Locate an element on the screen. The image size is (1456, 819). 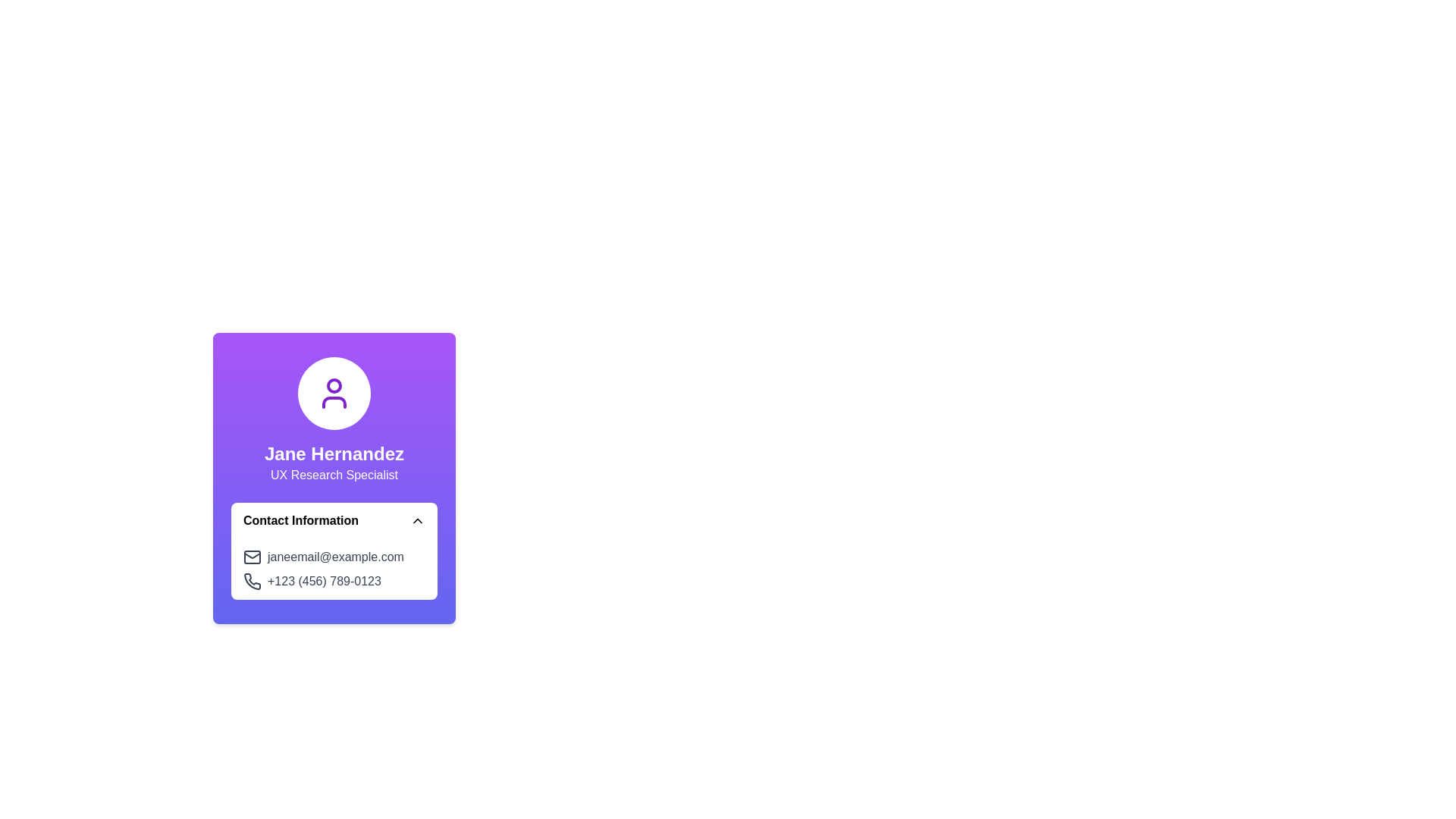
to highlight the phone number text label located in the 'Contact Information' section, positioned below 'janeemail@example.com' and is located at coordinates (323, 581).